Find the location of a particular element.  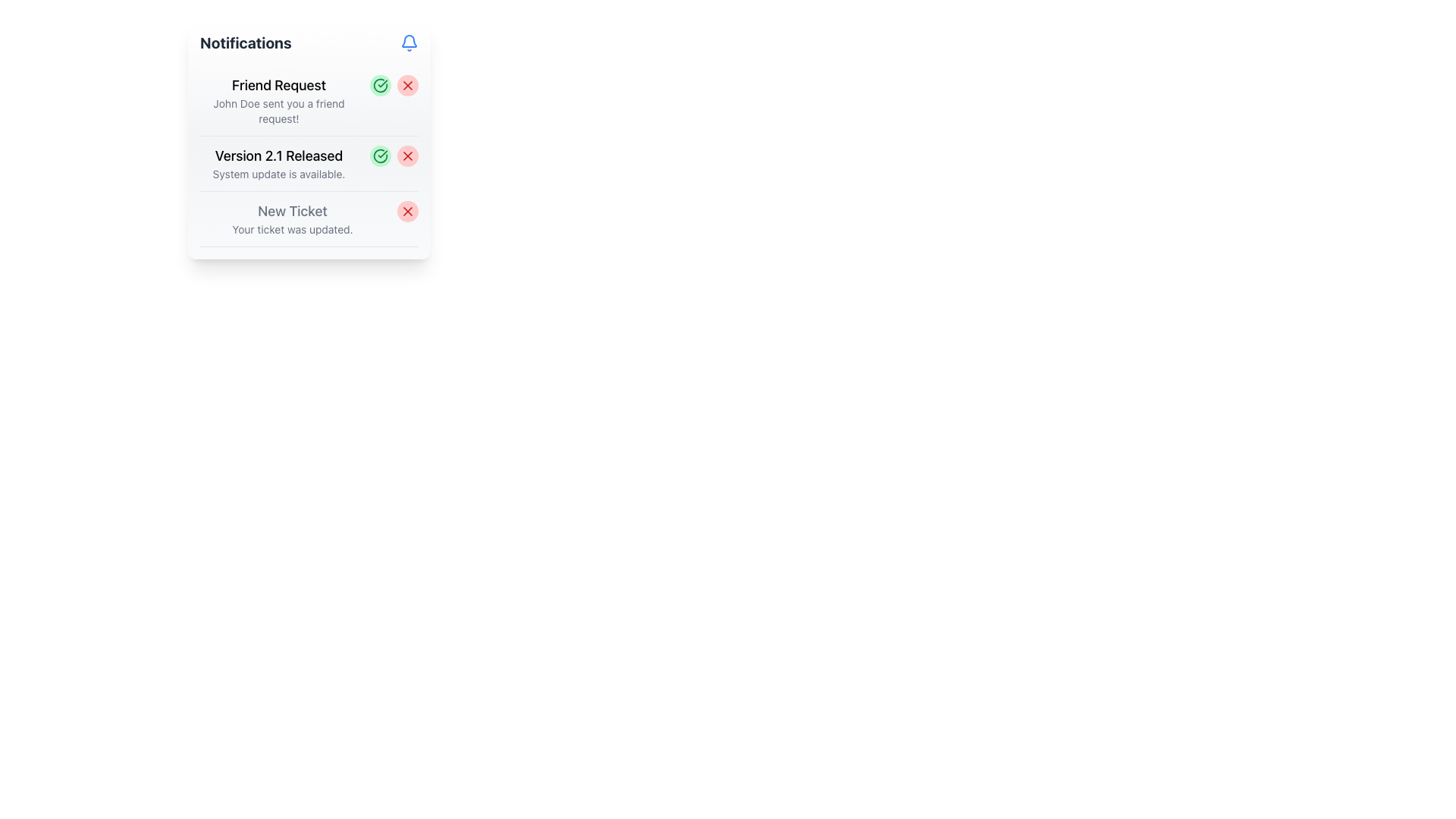

the notification section that displays 'Friend Request' and the message 'John Doe sent you a friend request!'. This section is the first notification within the Notifications list is located at coordinates (279, 100).